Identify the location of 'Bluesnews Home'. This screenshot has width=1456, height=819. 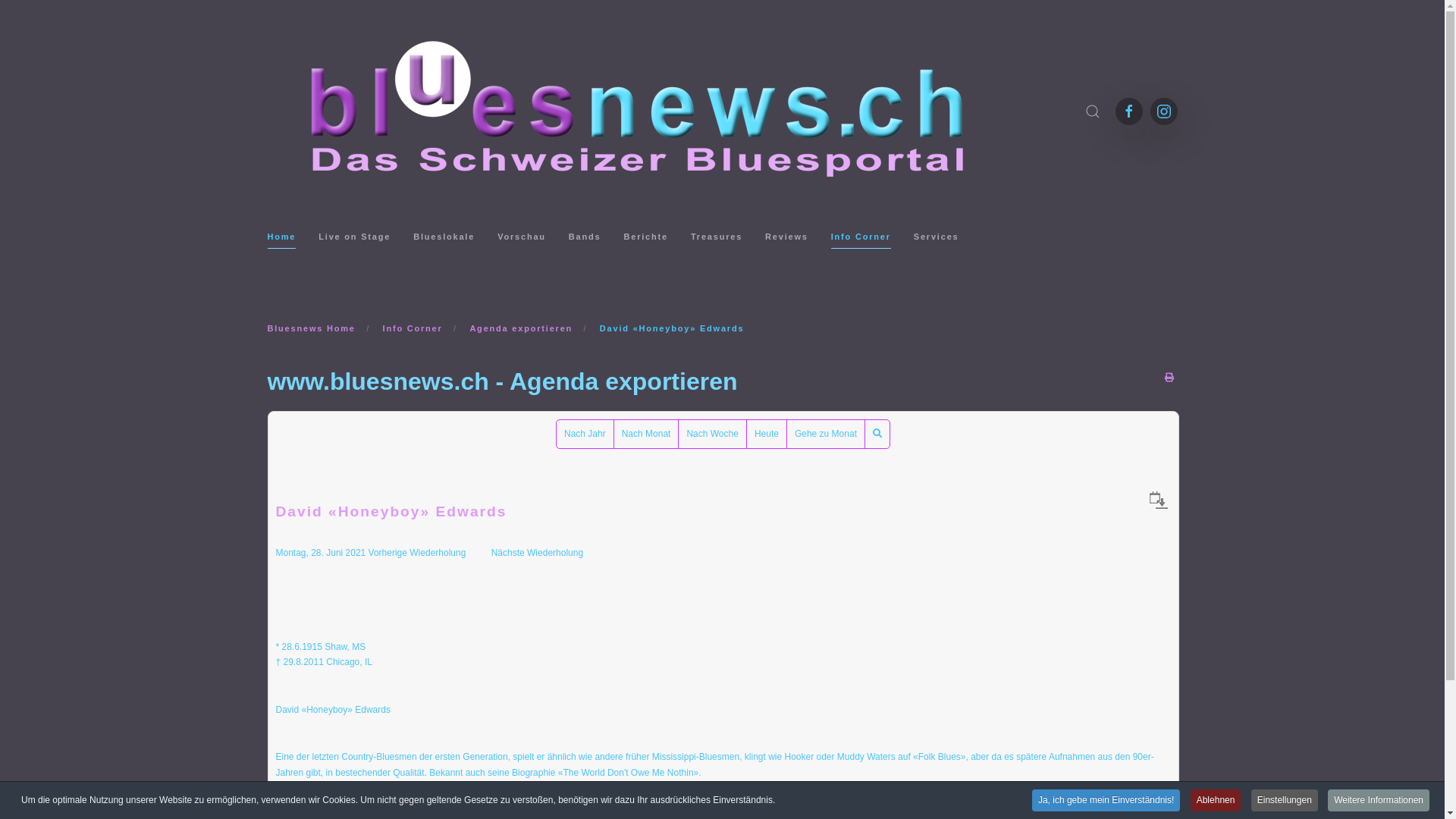
(309, 327).